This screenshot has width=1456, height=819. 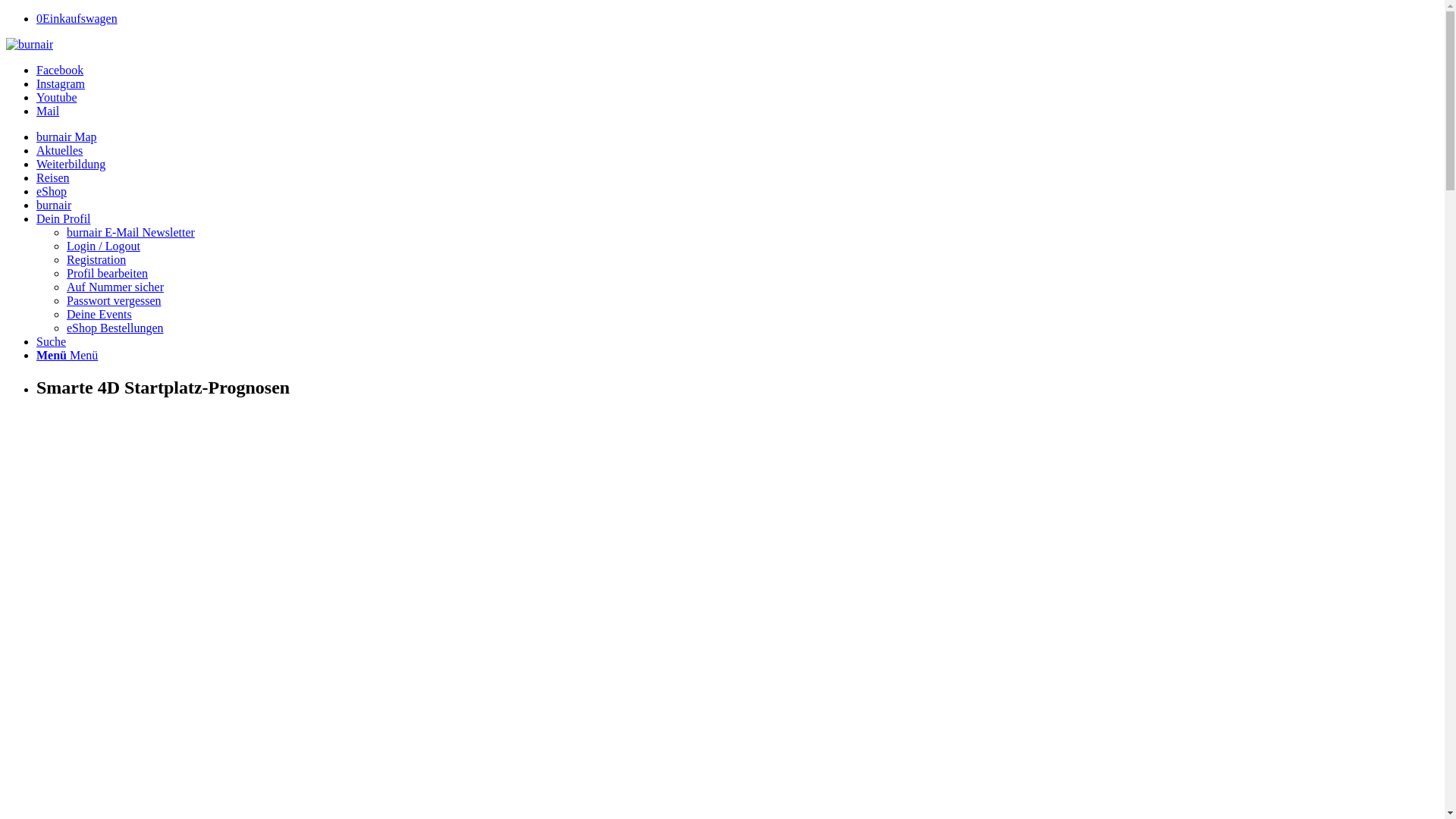 What do you see at coordinates (65, 300) in the screenshot?
I see `'Passwort vergessen'` at bounding box center [65, 300].